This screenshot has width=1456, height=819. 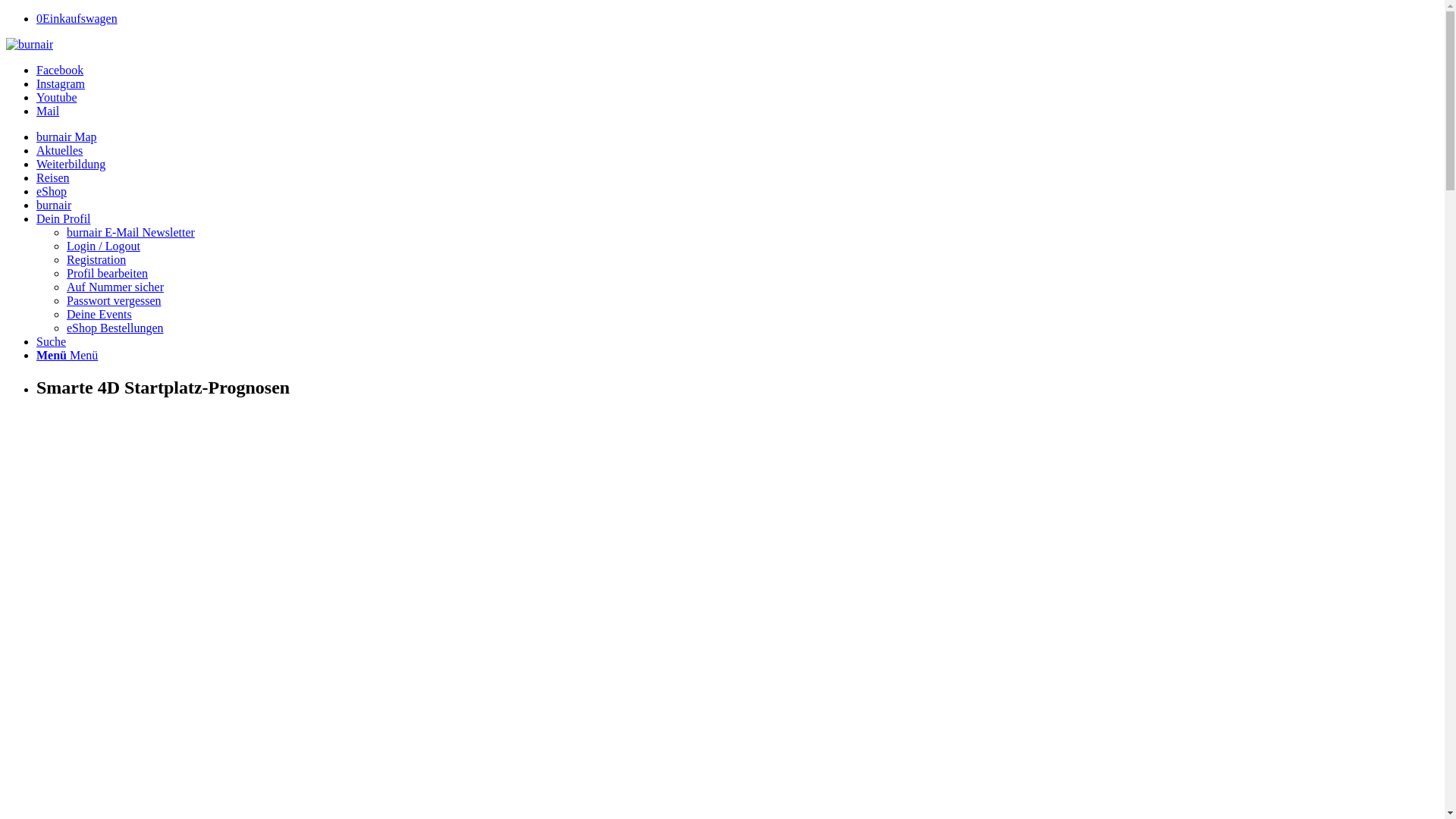 What do you see at coordinates (65, 300) in the screenshot?
I see `'Passwort vergessen'` at bounding box center [65, 300].